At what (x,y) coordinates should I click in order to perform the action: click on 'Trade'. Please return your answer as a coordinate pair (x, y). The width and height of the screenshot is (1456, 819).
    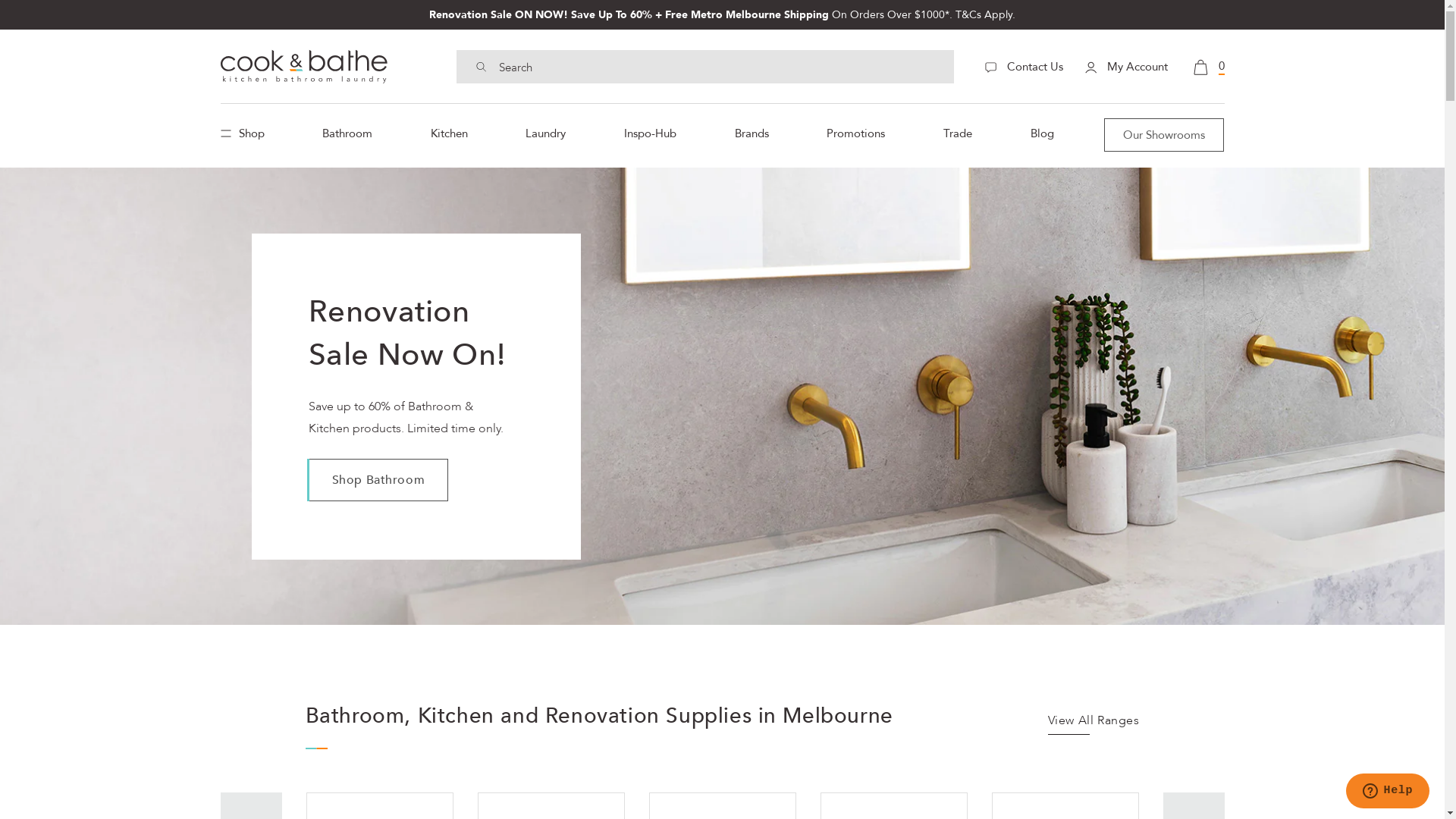
    Looking at the image, I should click on (934, 133).